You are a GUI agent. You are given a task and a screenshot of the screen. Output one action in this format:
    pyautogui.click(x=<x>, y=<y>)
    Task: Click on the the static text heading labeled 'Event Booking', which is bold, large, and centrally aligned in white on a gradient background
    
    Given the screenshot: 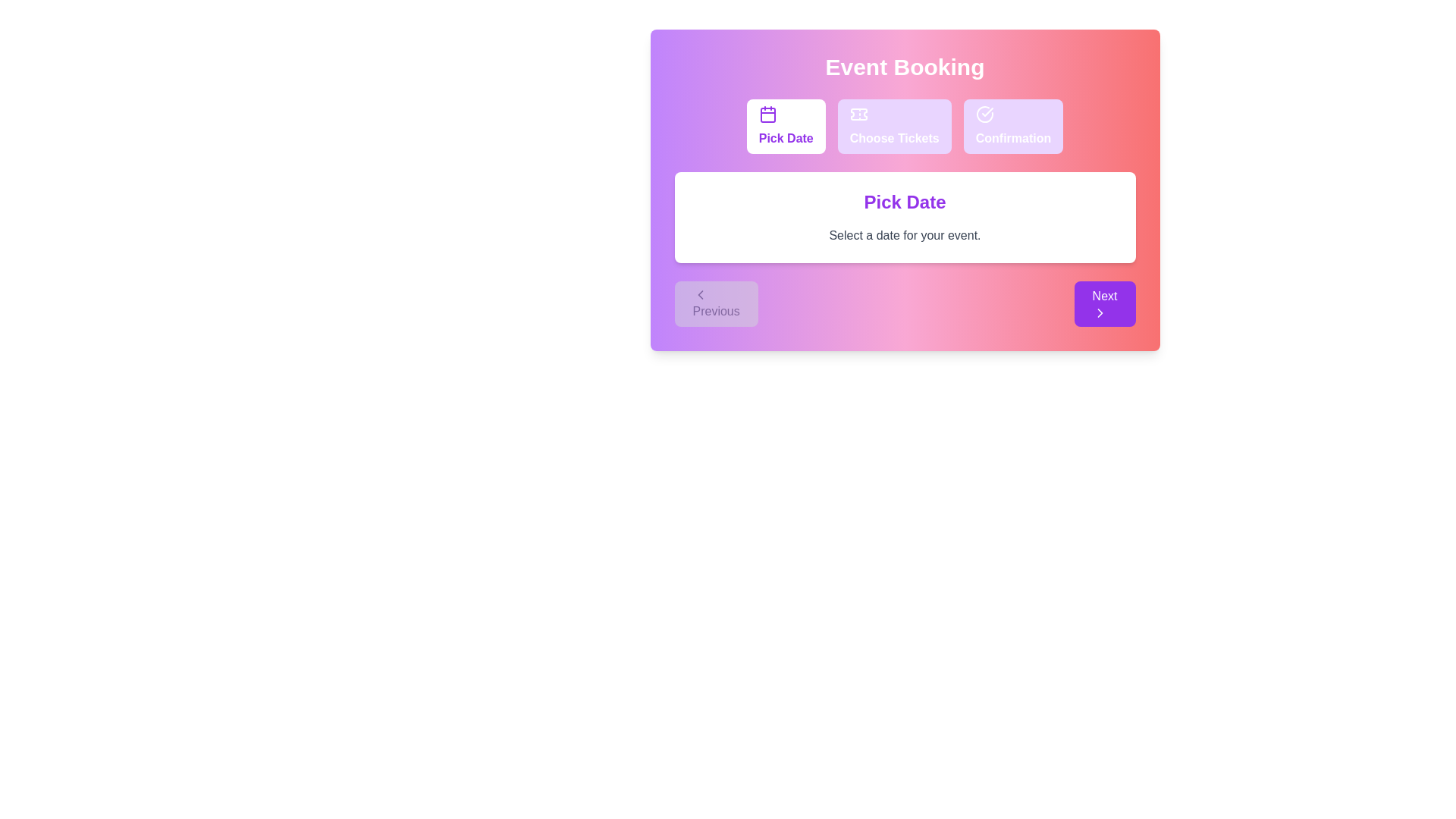 What is the action you would take?
    pyautogui.click(x=905, y=66)
    